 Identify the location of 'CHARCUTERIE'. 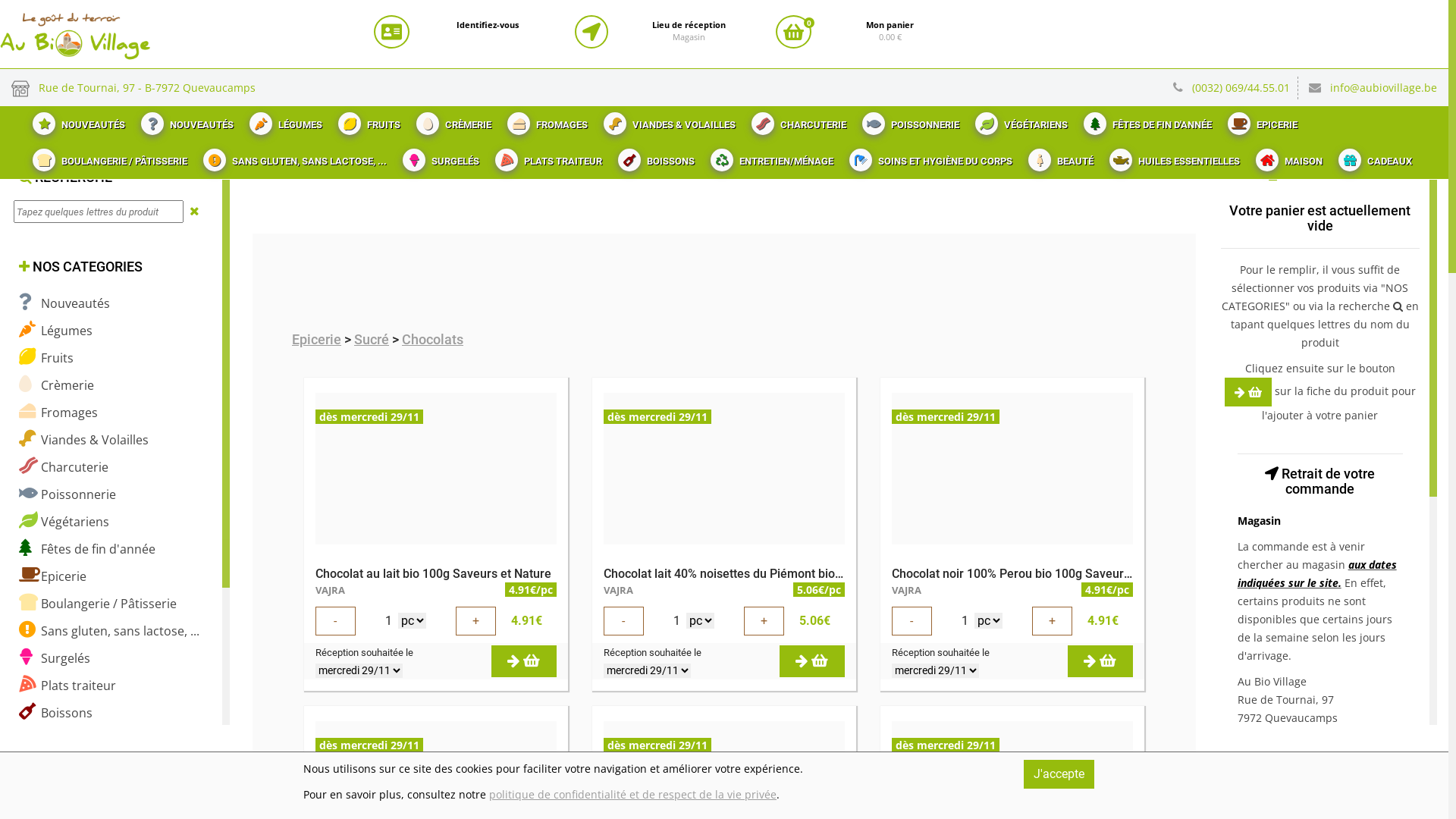
(796, 119).